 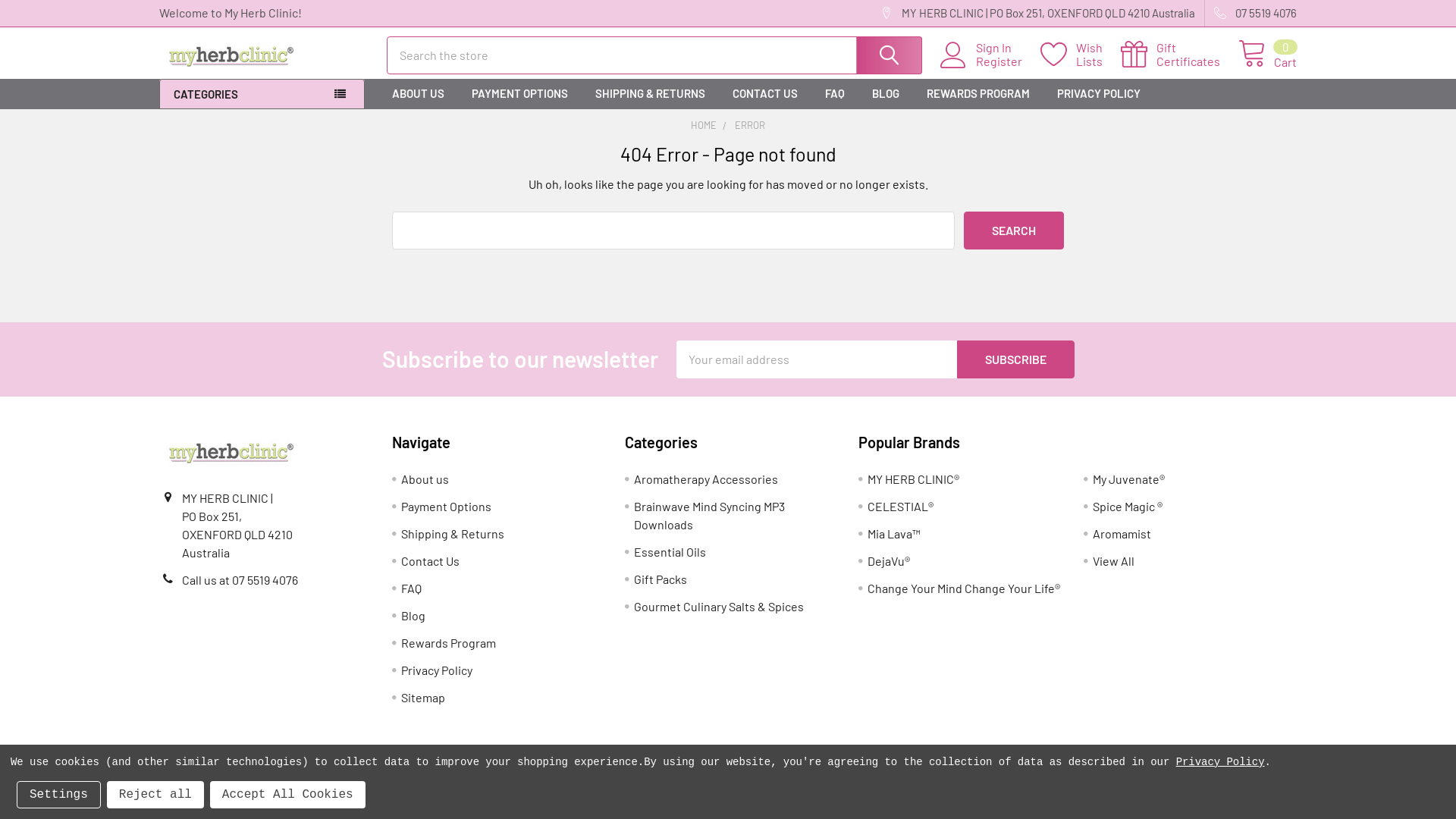 What do you see at coordinates (1099, 93) in the screenshot?
I see `'PRIVACY POLICY'` at bounding box center [1099, 93].